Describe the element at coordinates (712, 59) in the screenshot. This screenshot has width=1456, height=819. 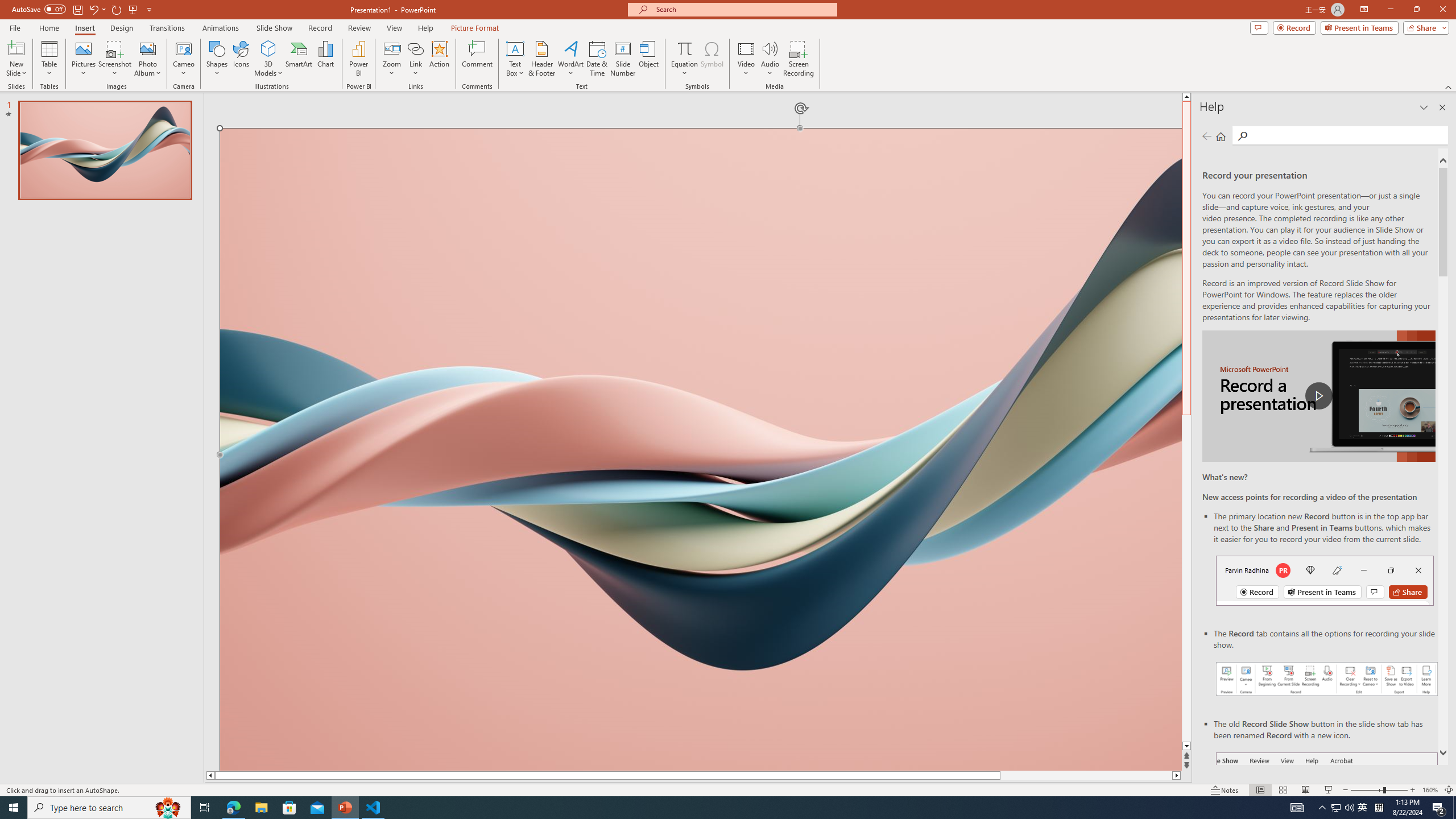
I see `'Symbol...'` at that location.